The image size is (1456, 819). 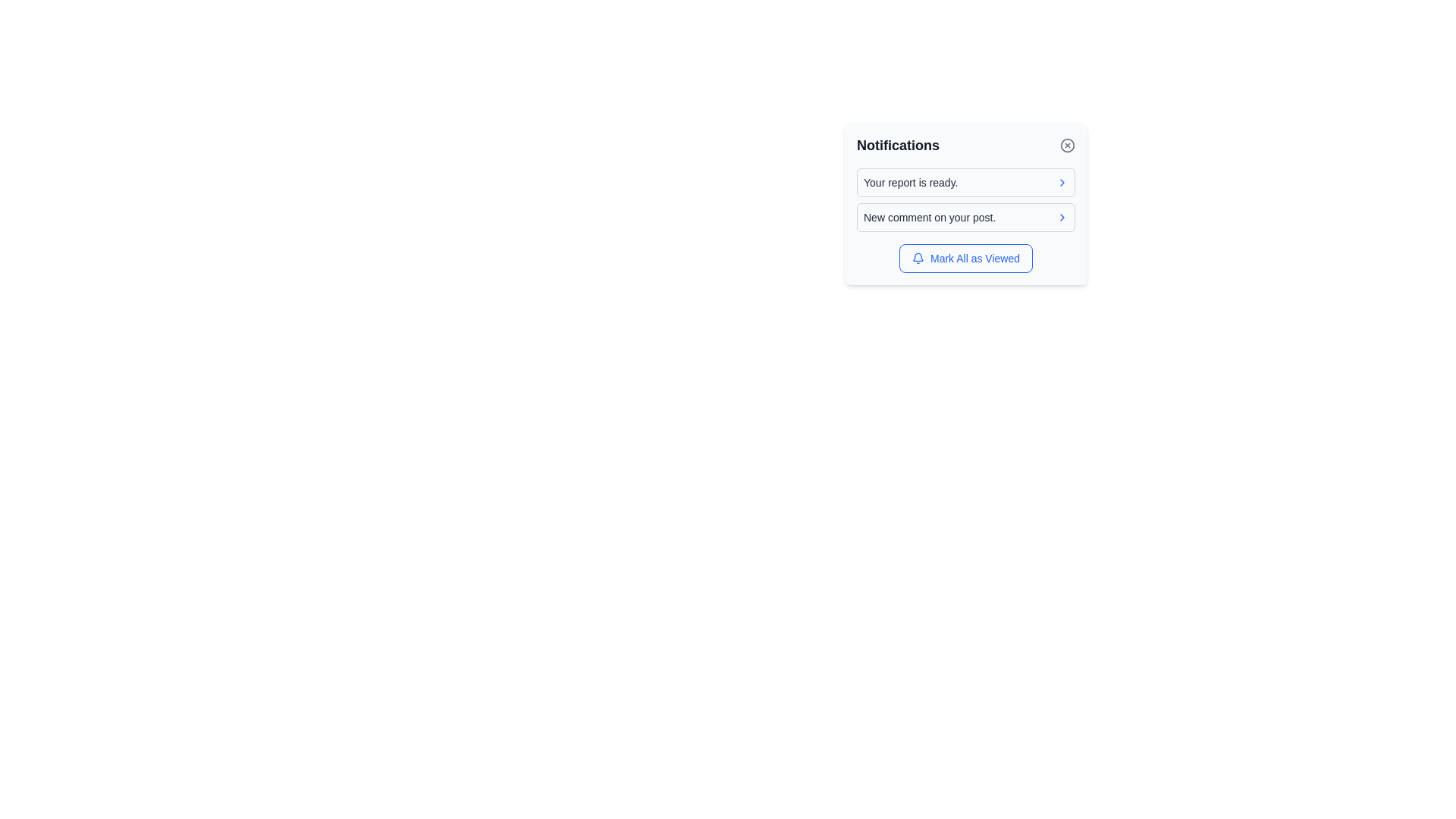 I want to click on text content of the notifications section title located at the top-left corner of the notifications dropdown panel, so click(x=898, y=146).